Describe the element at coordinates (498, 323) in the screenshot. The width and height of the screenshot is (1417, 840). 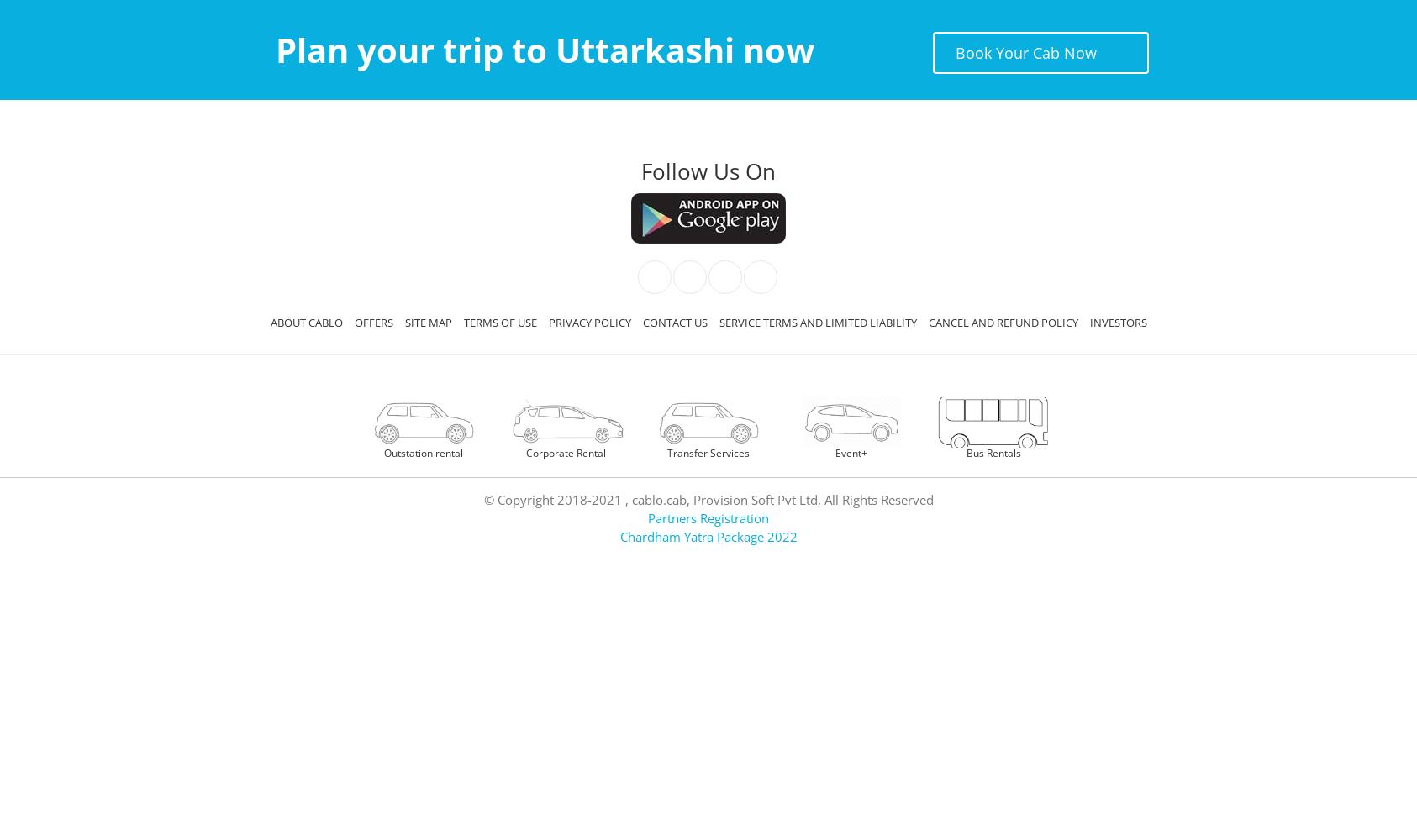
I see `'Terms of Use'` at that location.